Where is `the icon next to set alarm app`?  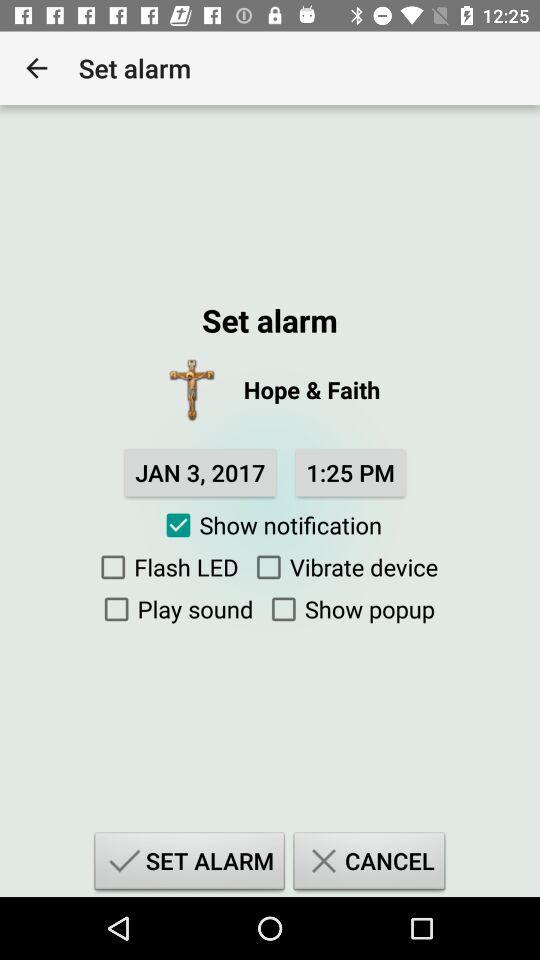 the icon next to set alarm app is located at coordinates (36, 68).